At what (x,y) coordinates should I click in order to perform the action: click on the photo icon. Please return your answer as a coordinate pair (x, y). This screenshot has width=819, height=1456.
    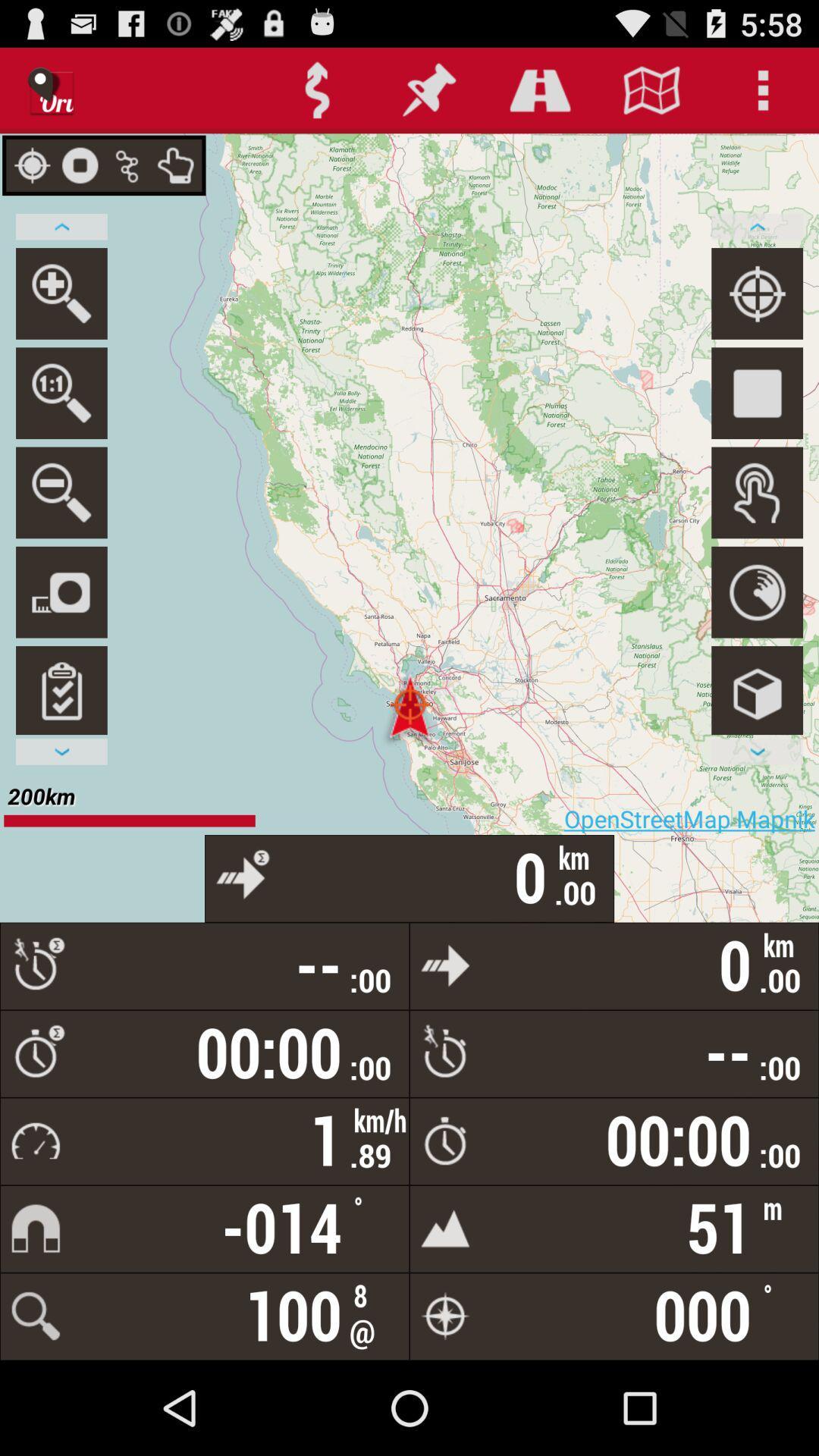
    Looking at the image, I should click on (61, 633).